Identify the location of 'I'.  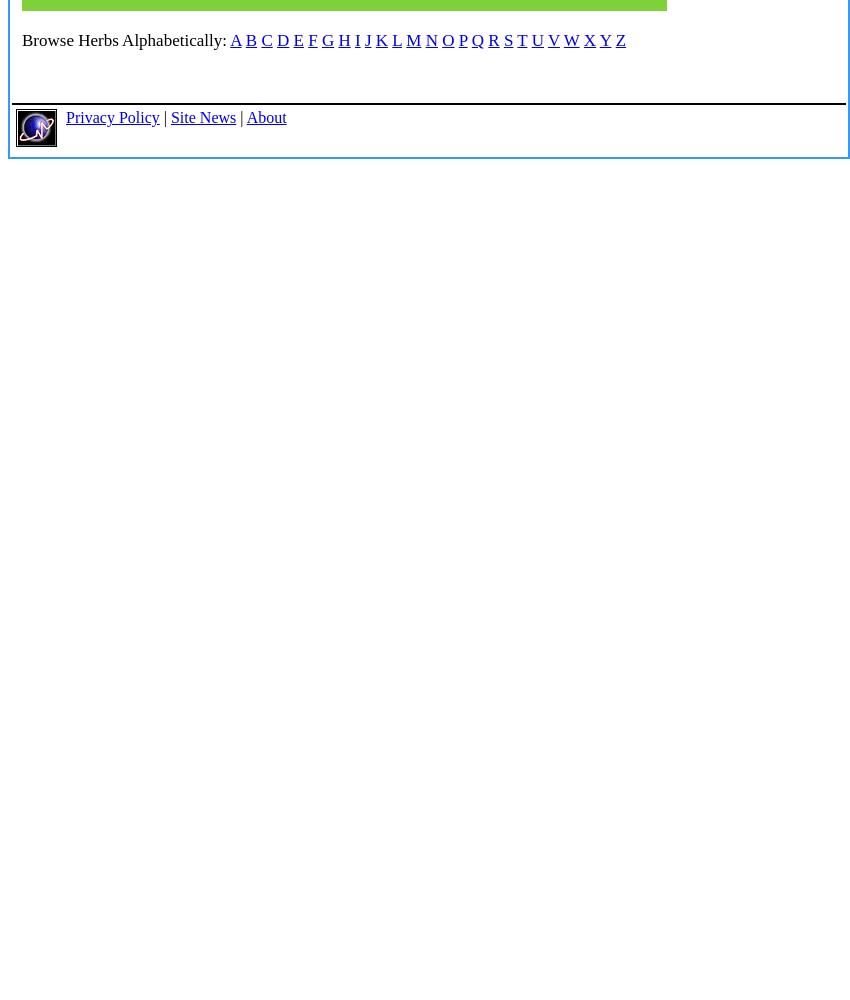
(356, 40).